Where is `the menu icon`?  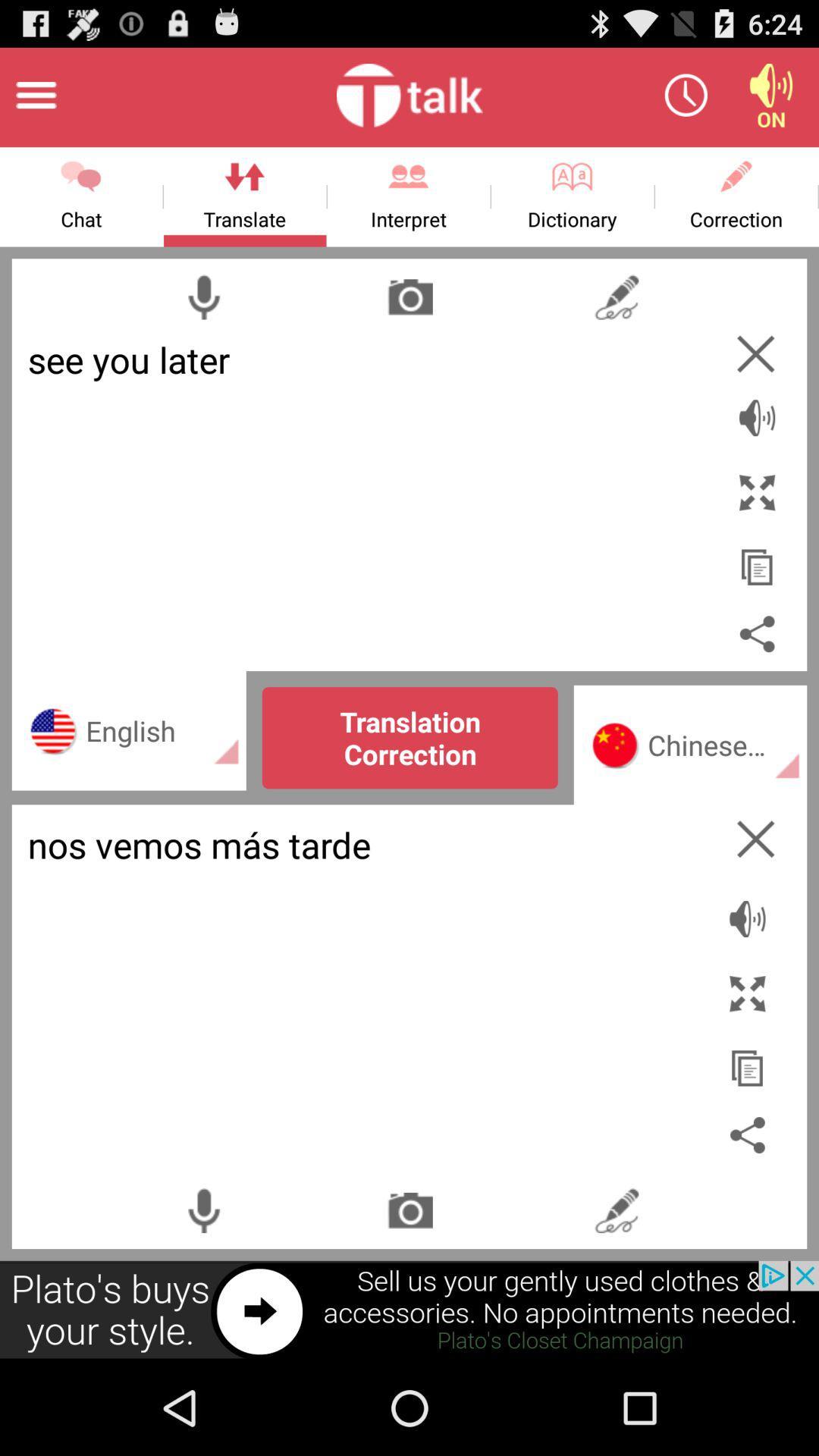
the menu icon is located at coordinates (35, 101).